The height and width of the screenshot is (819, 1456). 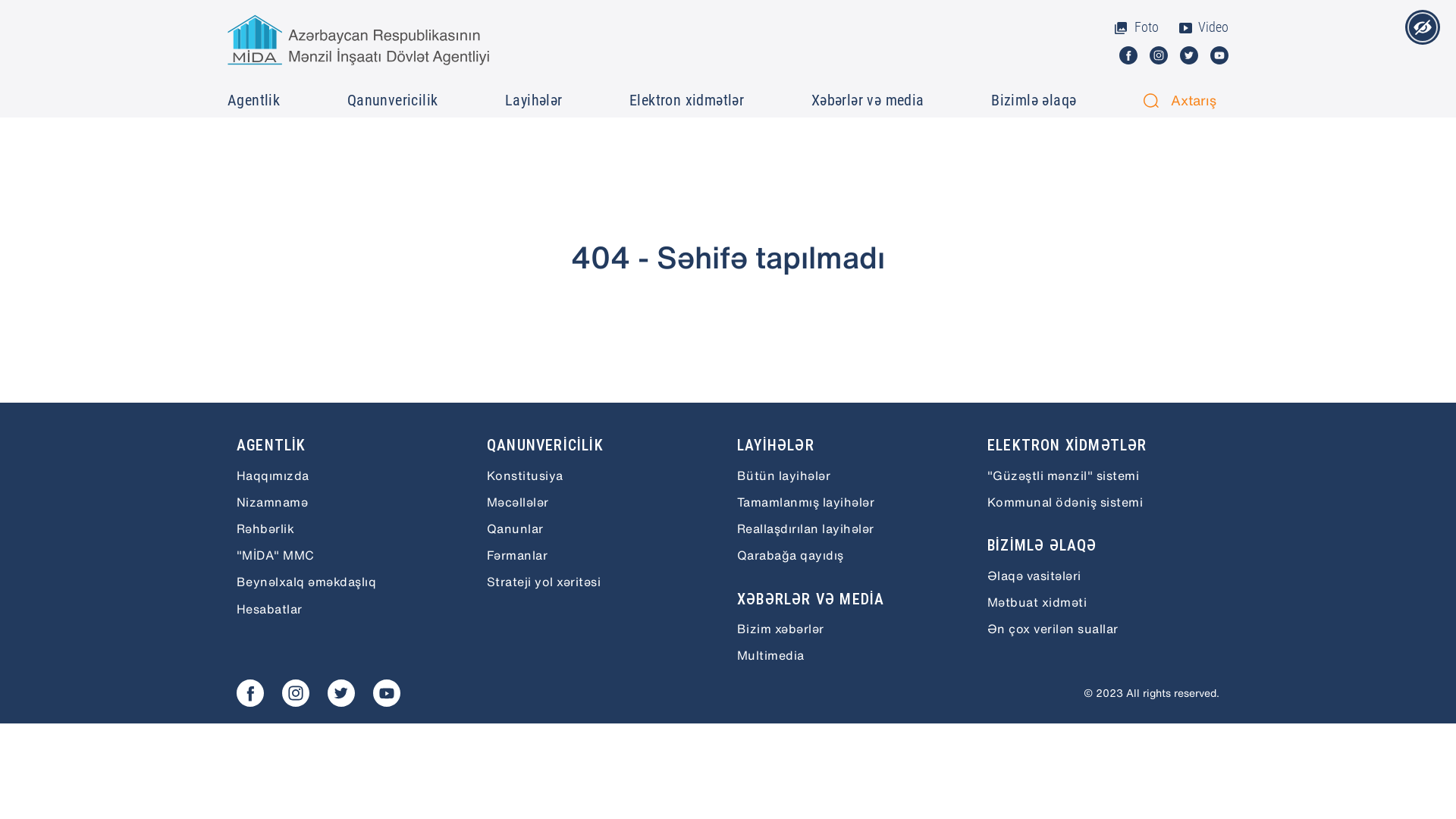 I want to click on 'Qanunvericilik', so click(x=394, y=99).